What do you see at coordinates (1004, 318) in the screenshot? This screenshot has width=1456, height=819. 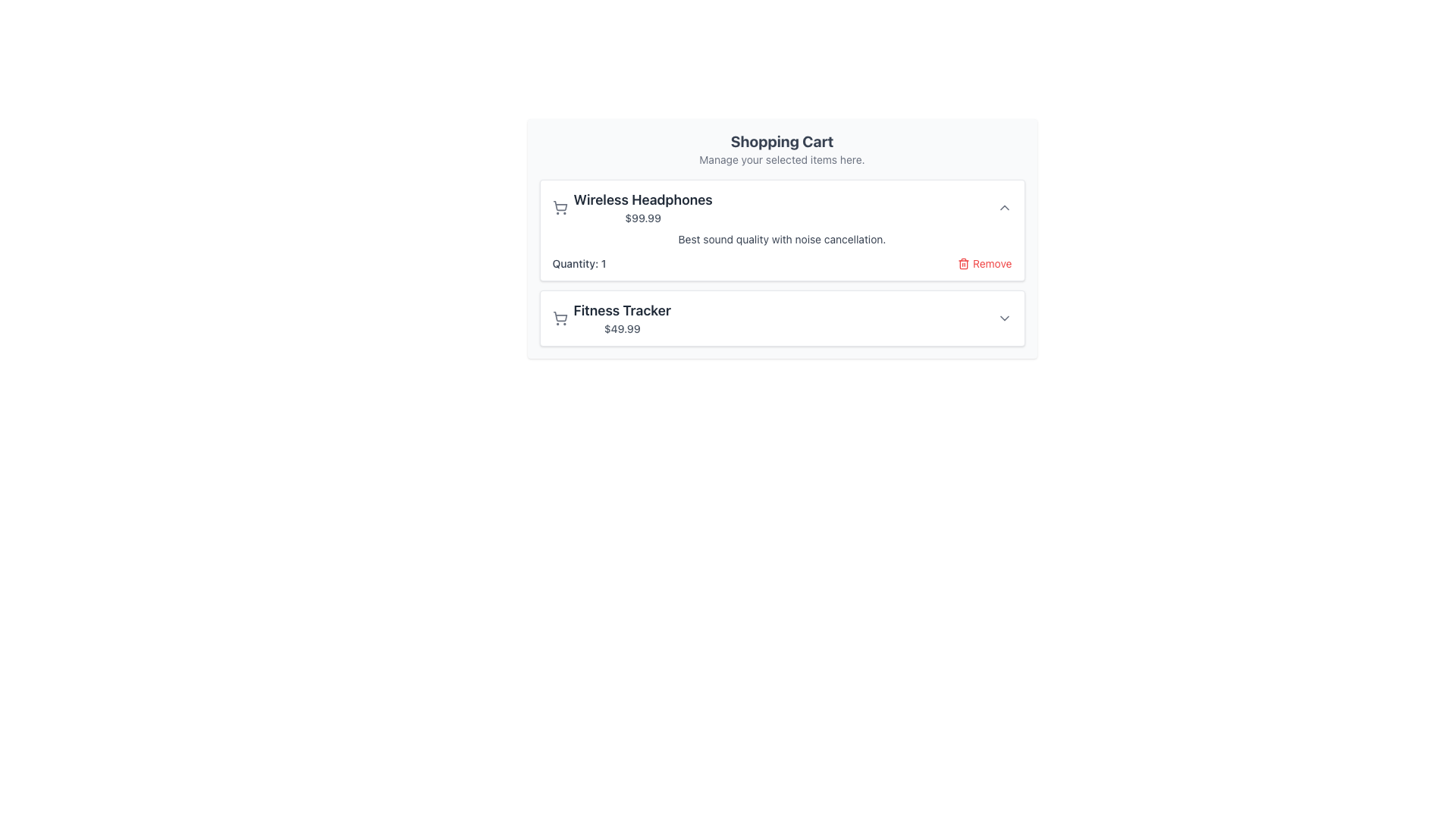 I see `the small downward-facing chevron icon on the right side of the 'Fitness Tracker $49.99' row` at bounding box center [1004, 318].